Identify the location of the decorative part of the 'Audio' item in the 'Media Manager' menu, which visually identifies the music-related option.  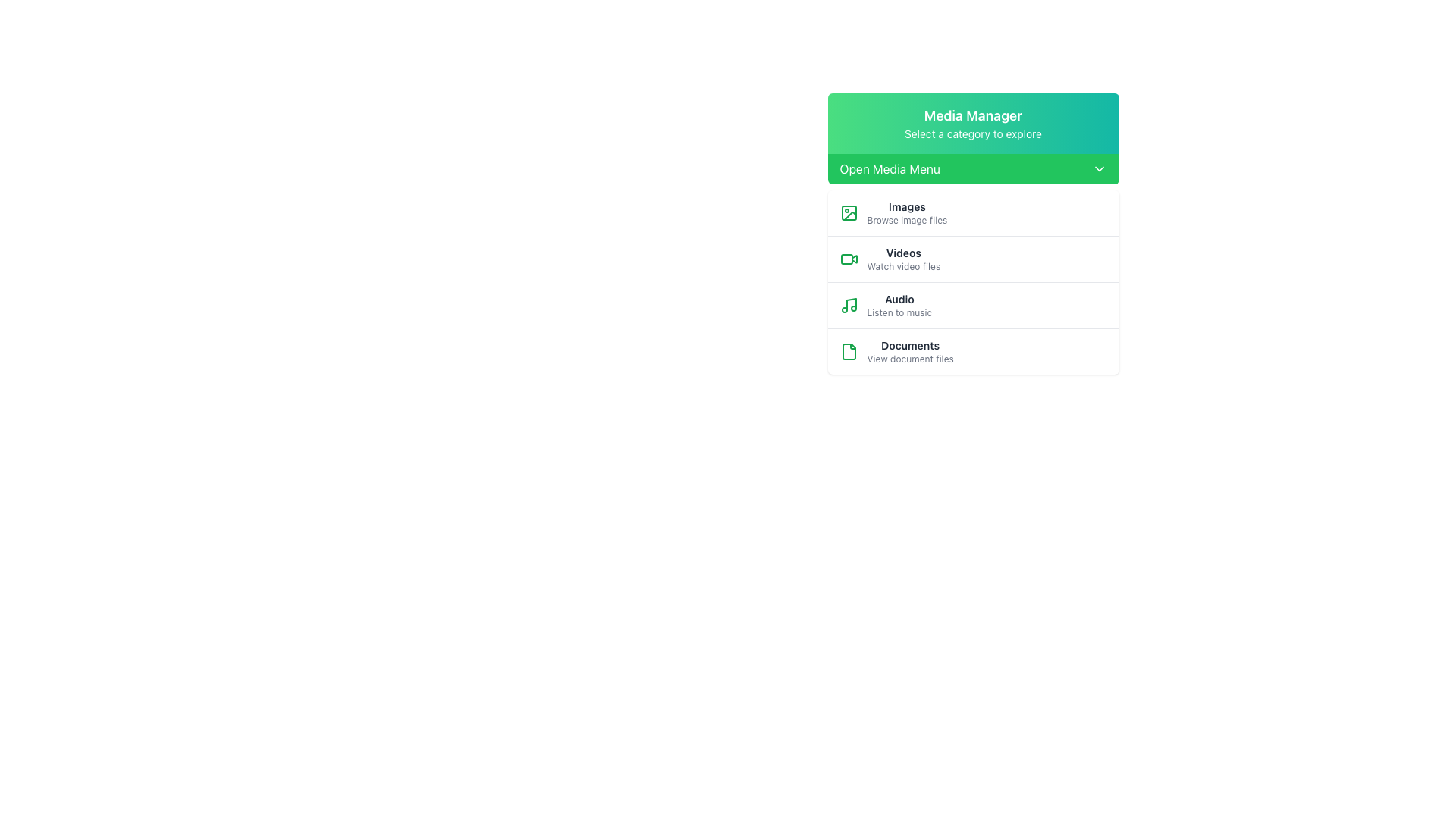
(851, 304).